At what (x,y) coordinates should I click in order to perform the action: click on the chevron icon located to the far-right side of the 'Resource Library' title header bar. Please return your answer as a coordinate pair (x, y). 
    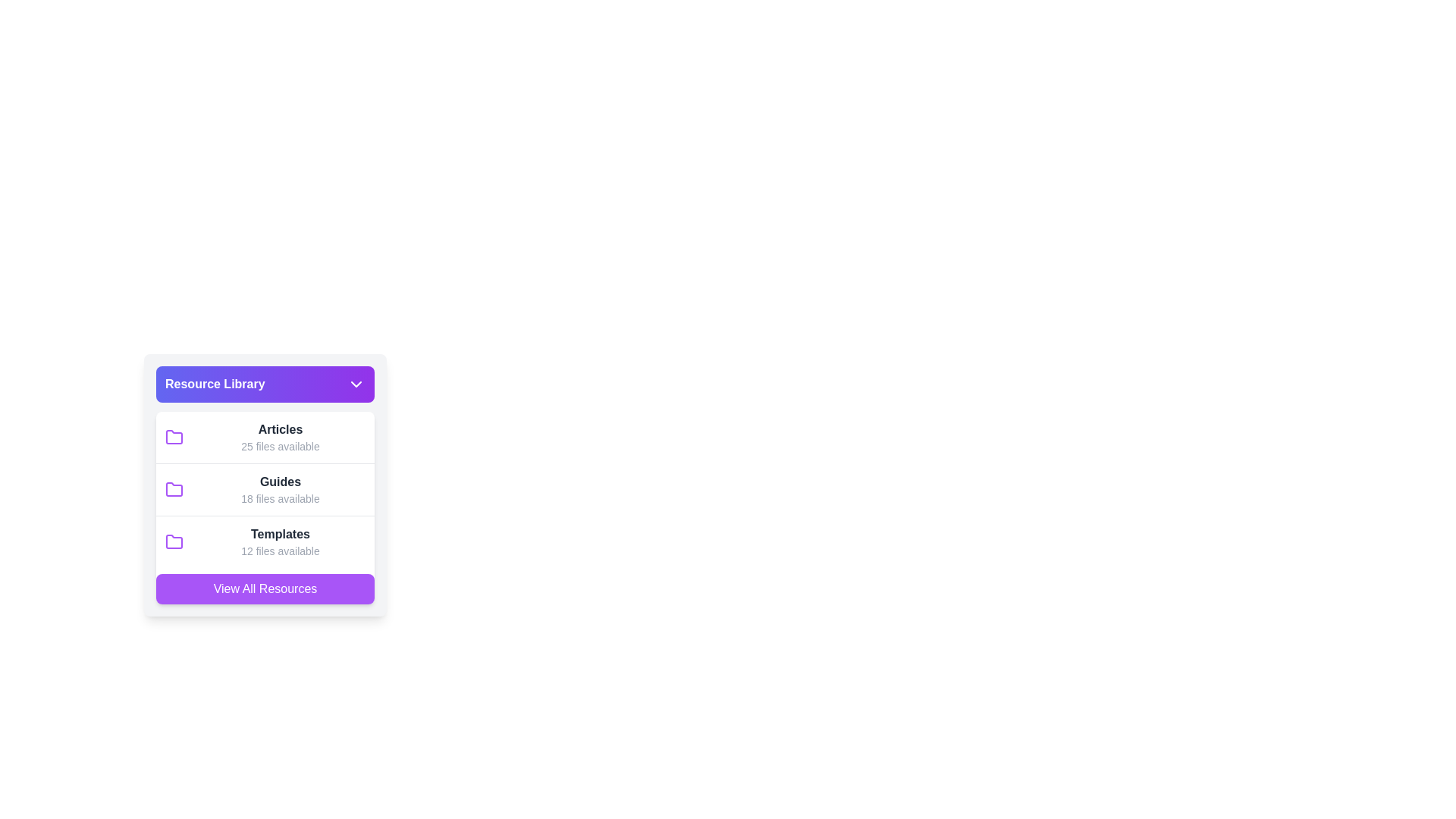
    Looking at the image, I should click on (356, 383).